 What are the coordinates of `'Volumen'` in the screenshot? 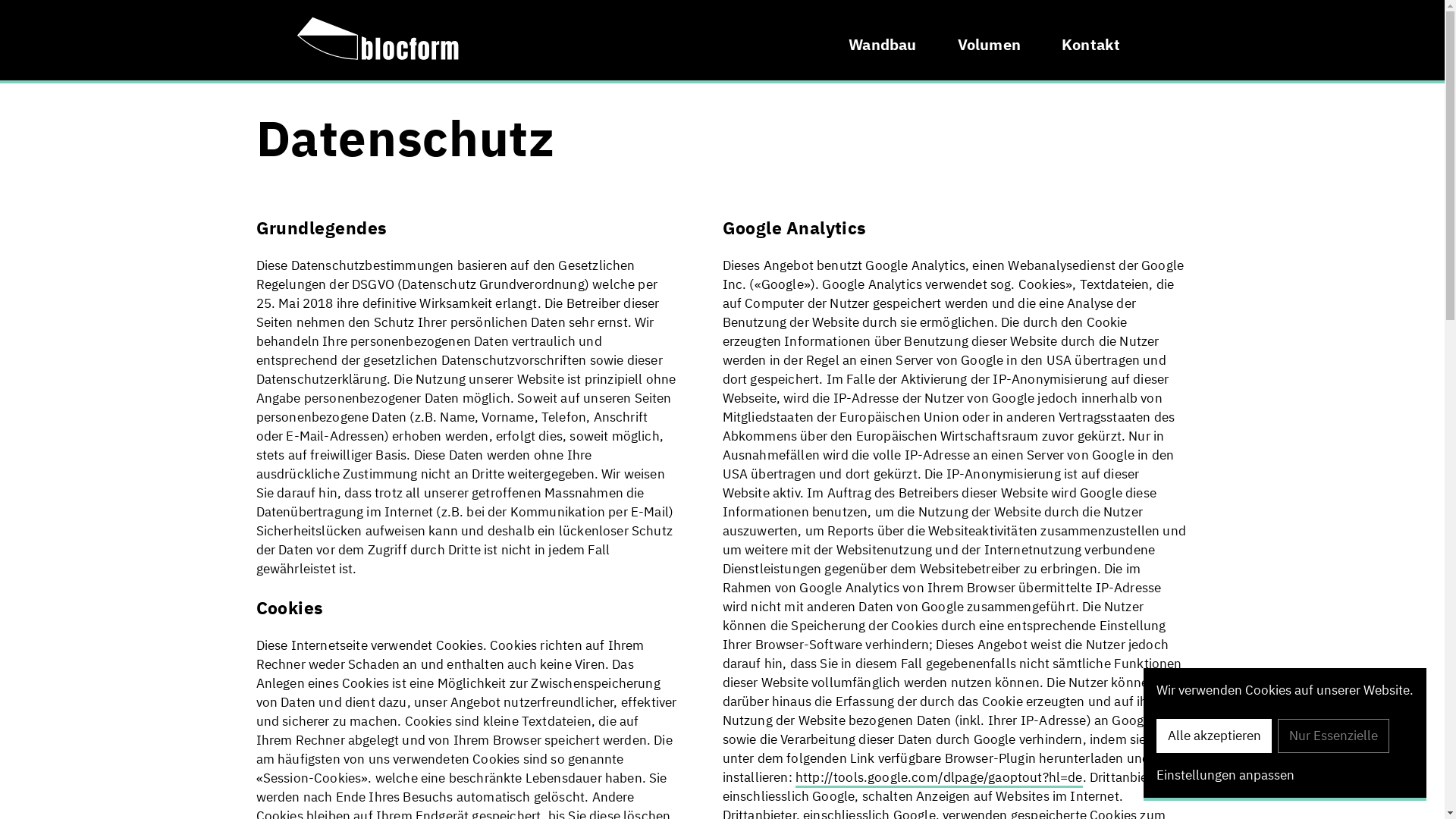 It's located at (989, 41).